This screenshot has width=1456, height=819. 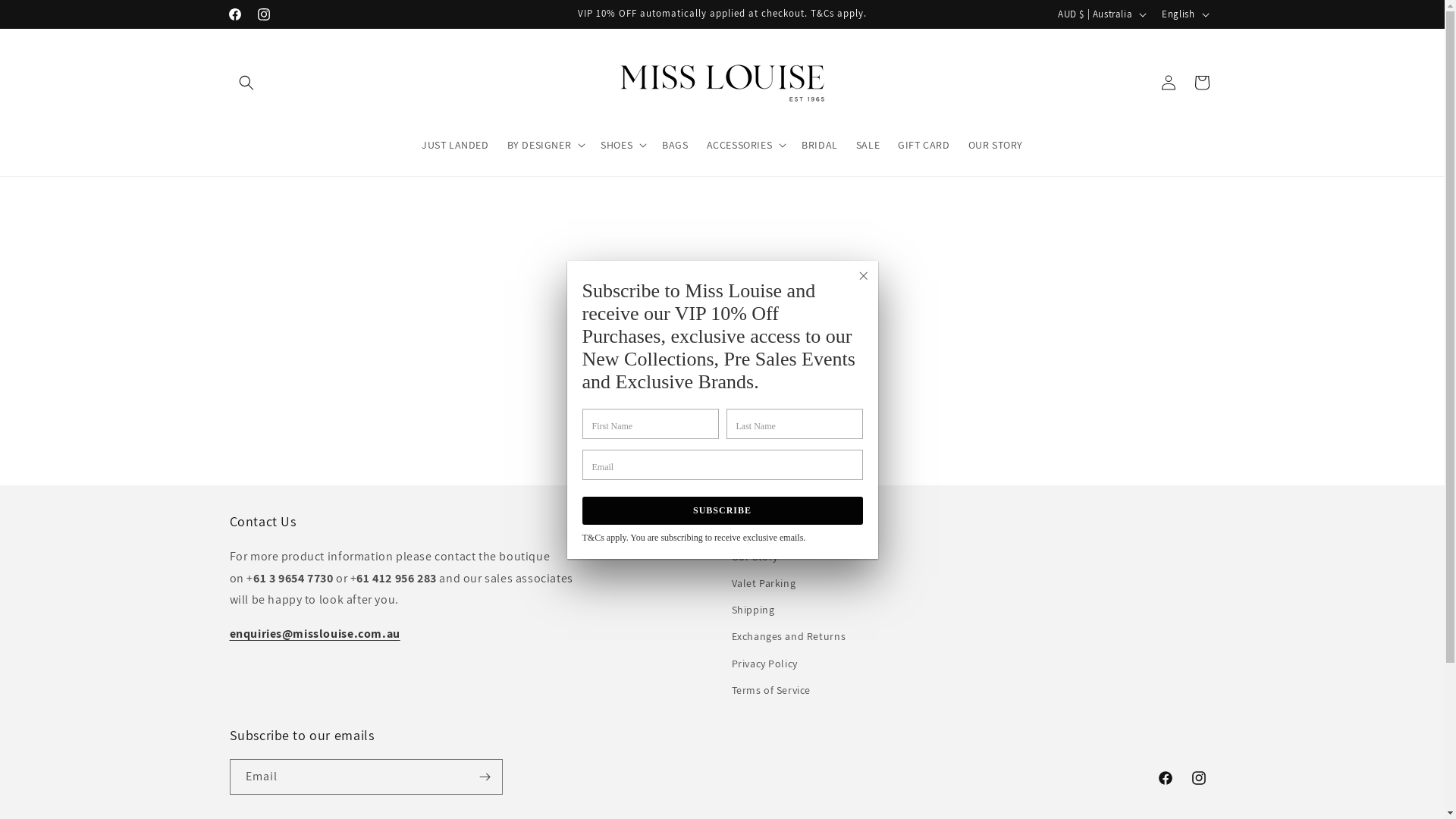 What do you see at coordinates (754, 558) in the screenshot?
I see `'Our Story'` at bounding box center [754, 558].